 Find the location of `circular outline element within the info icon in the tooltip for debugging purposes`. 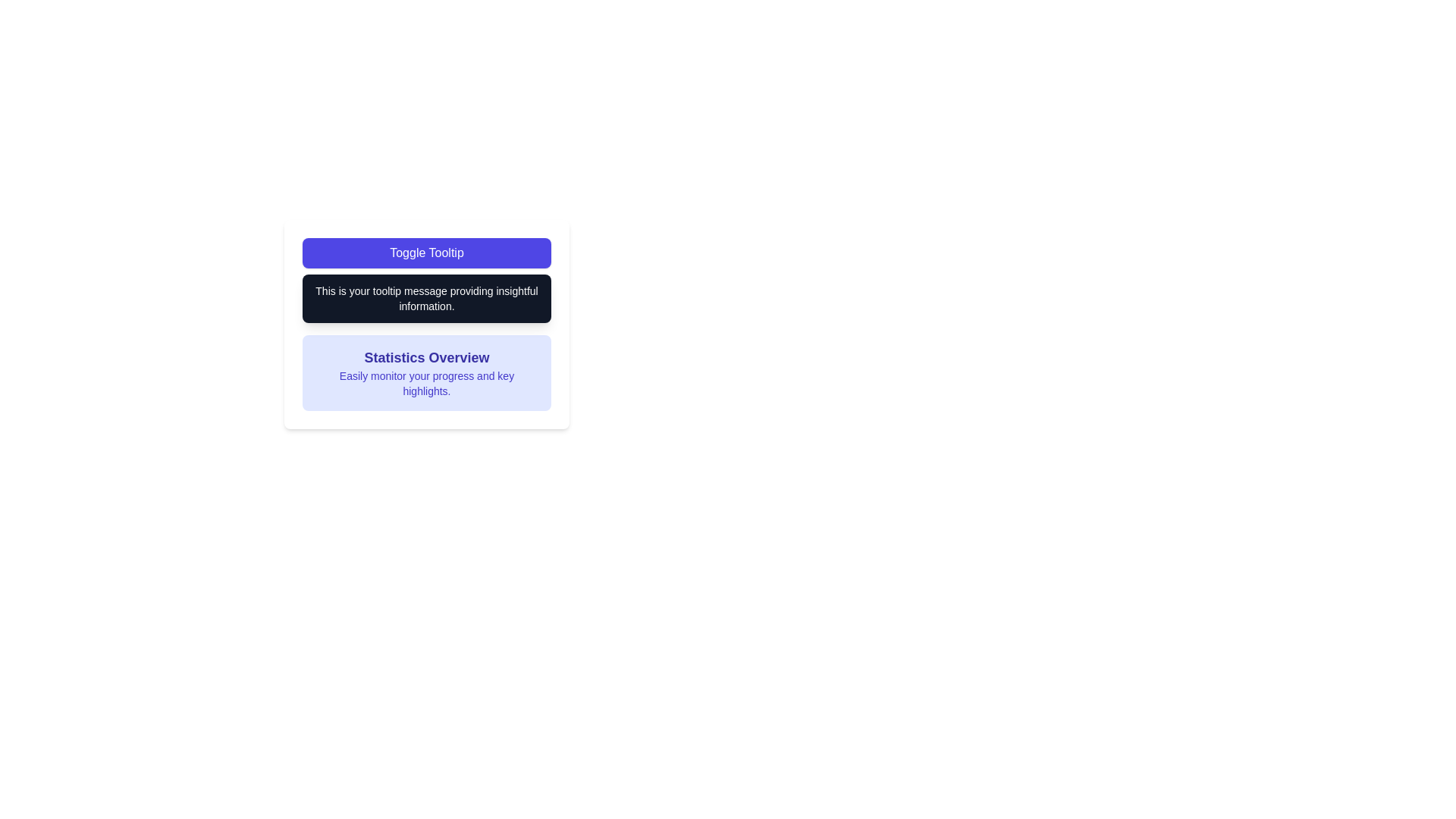

circular outline element within the info icon in the tooltip for debugging purposes is located at coordinates (309, 301).